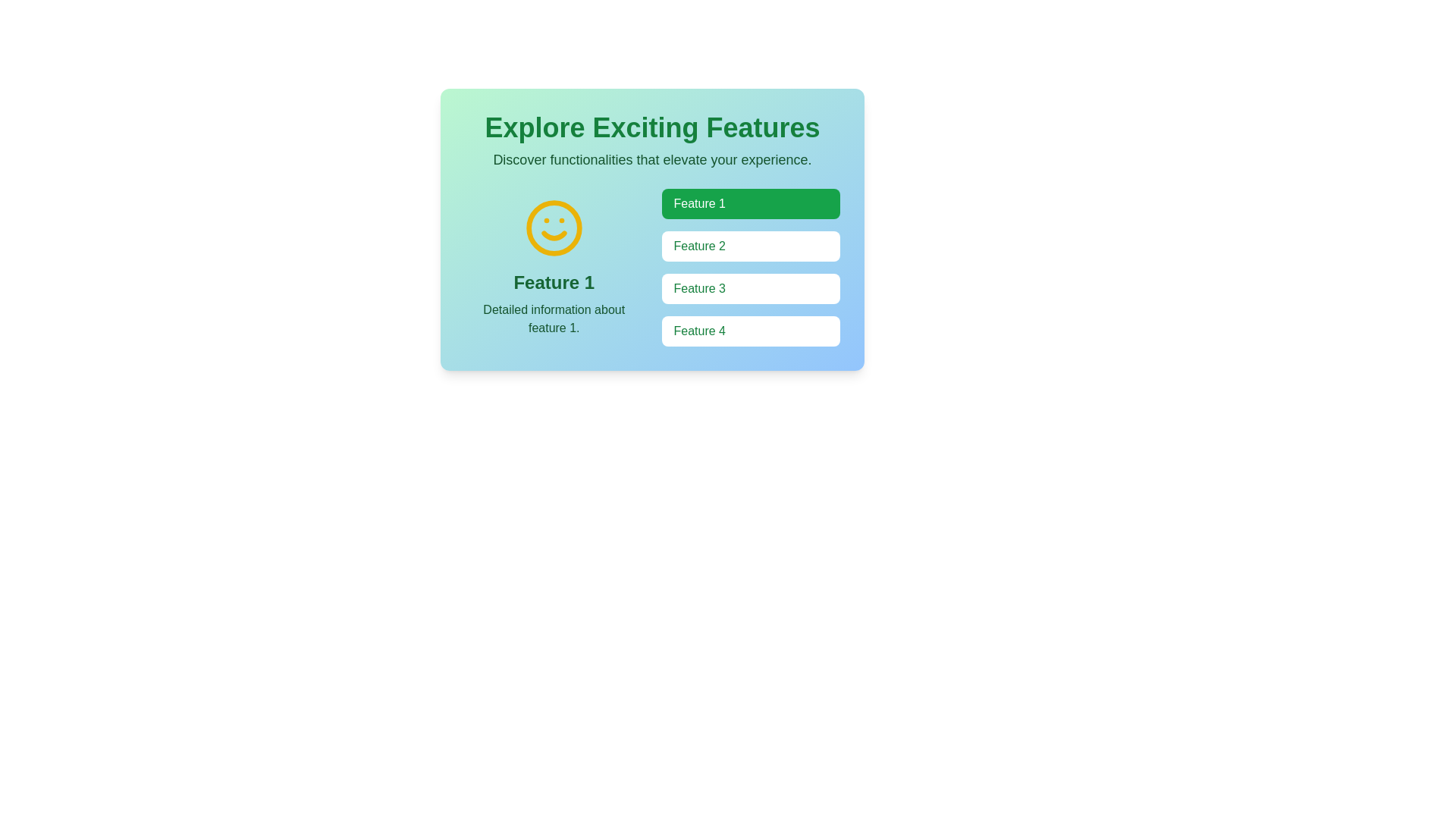 This screenshot has height=819, width=1456. Describe the element at coordinates (751, 203) in the screenshot. I see `the 'Feature 1' button` at that location.